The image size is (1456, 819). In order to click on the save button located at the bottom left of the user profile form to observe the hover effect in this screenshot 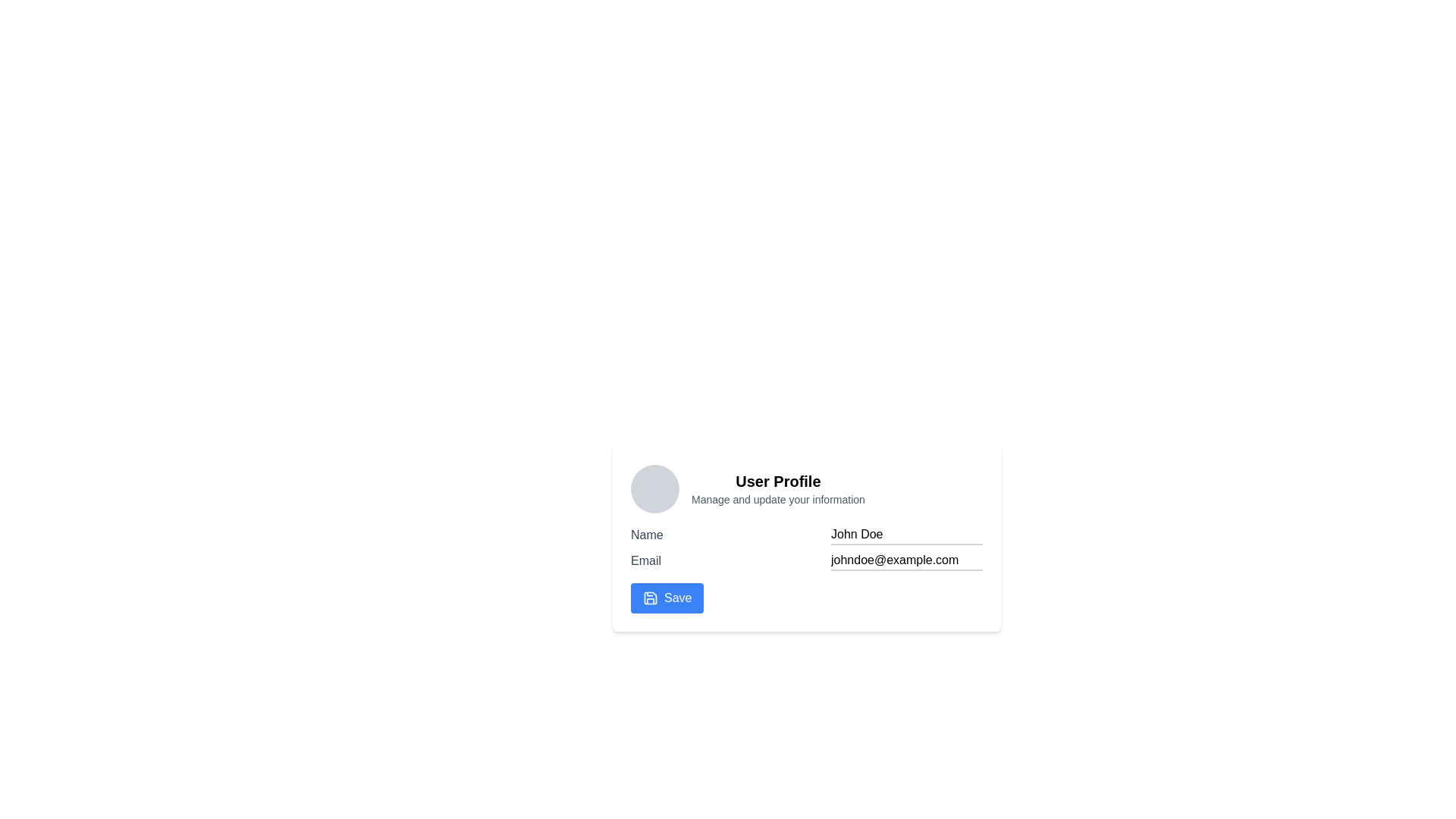, I will do `click(667, 598)`.